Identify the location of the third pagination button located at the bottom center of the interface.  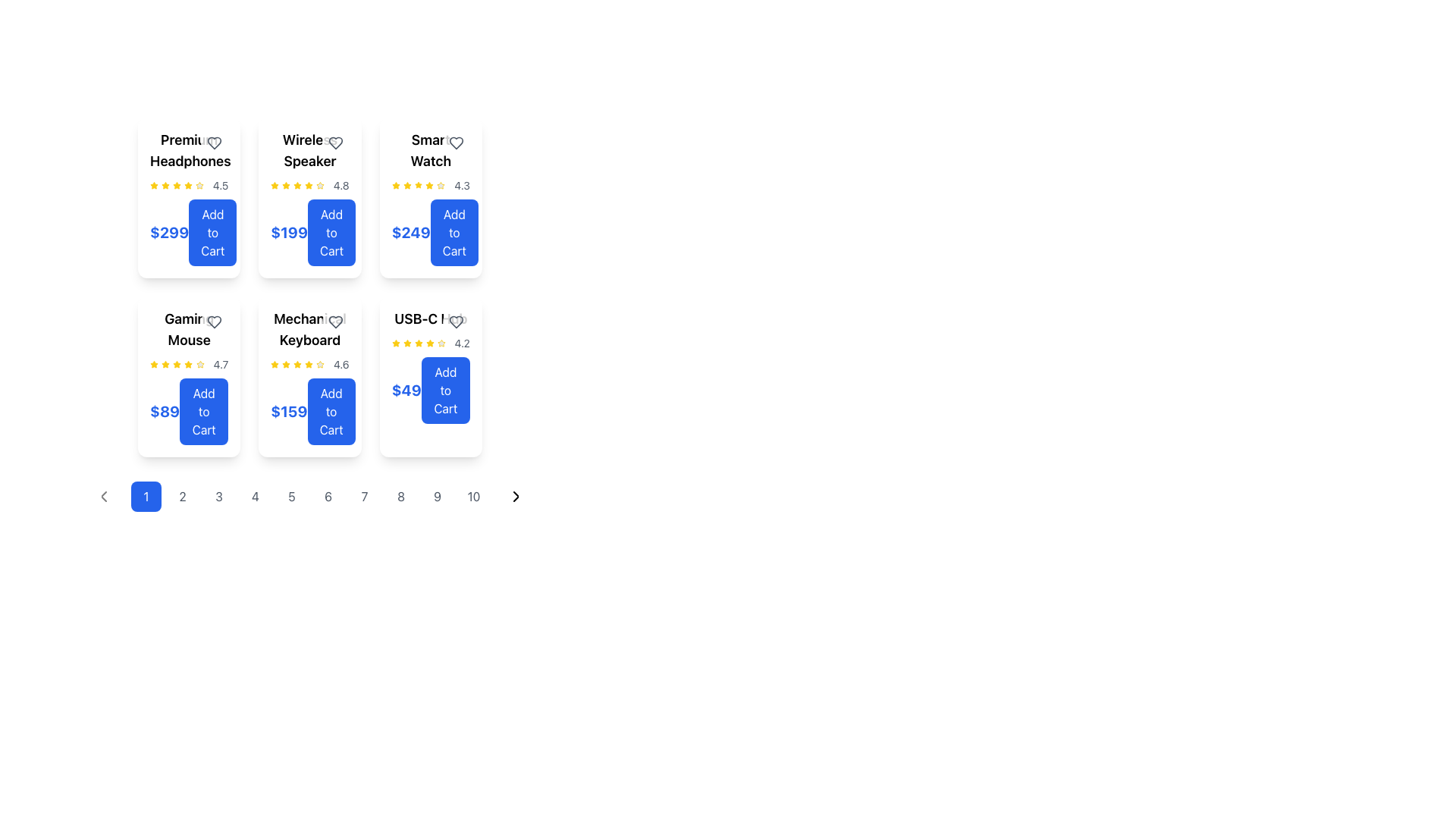
(218, 497).